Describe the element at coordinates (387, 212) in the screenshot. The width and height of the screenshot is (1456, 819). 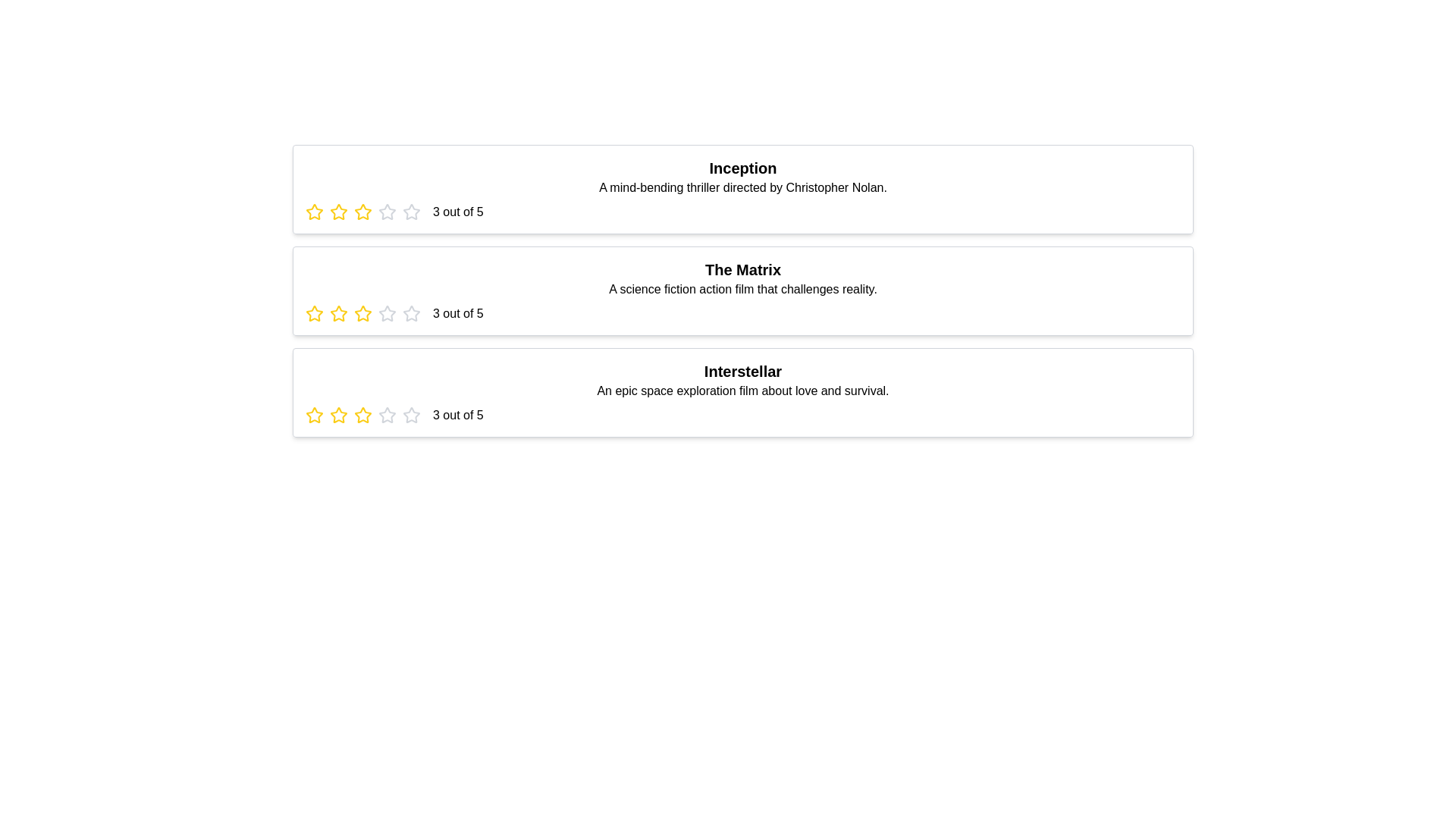
I see `the star corresponding to 4 stars for the movie titled Inception` at that location.